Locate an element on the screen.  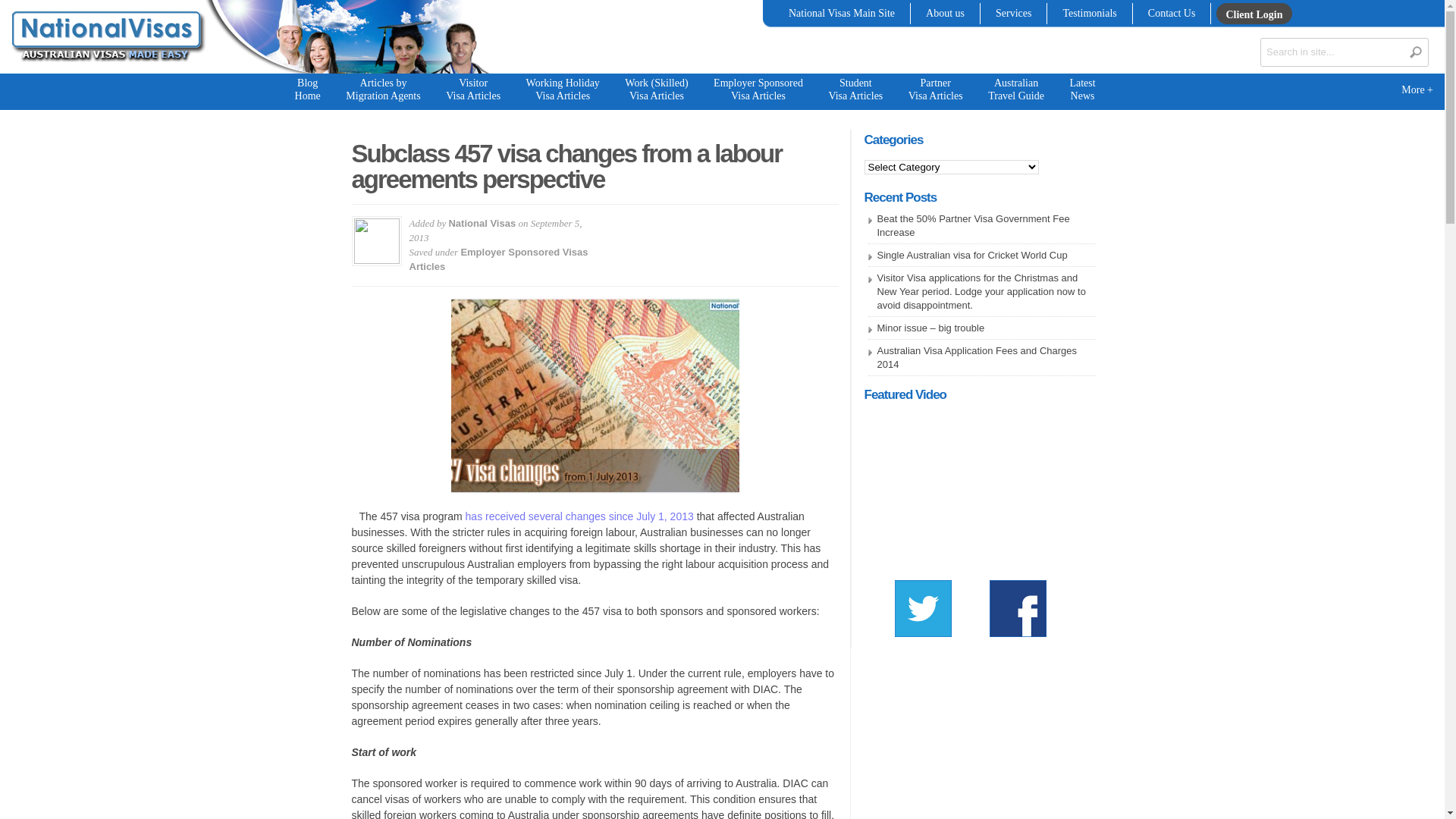
'Beat the 50% Partner Visa Government Fee Increase' is located at coordinates (972, 225).